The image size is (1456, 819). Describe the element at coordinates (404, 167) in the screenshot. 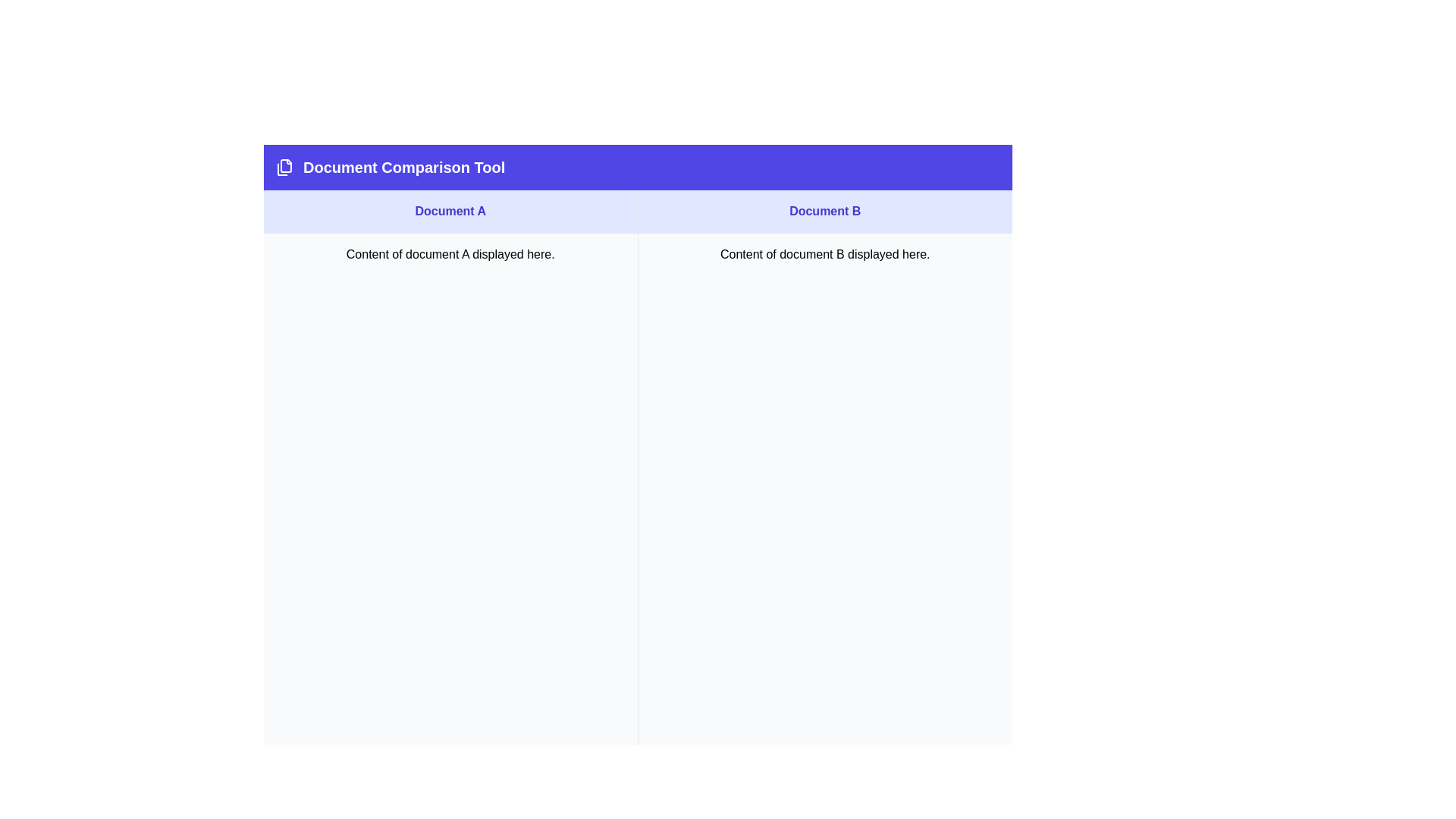

I see `the 'Document Comparison Tool' label positioned in the top horizontal purple bar of the interface` at that location.